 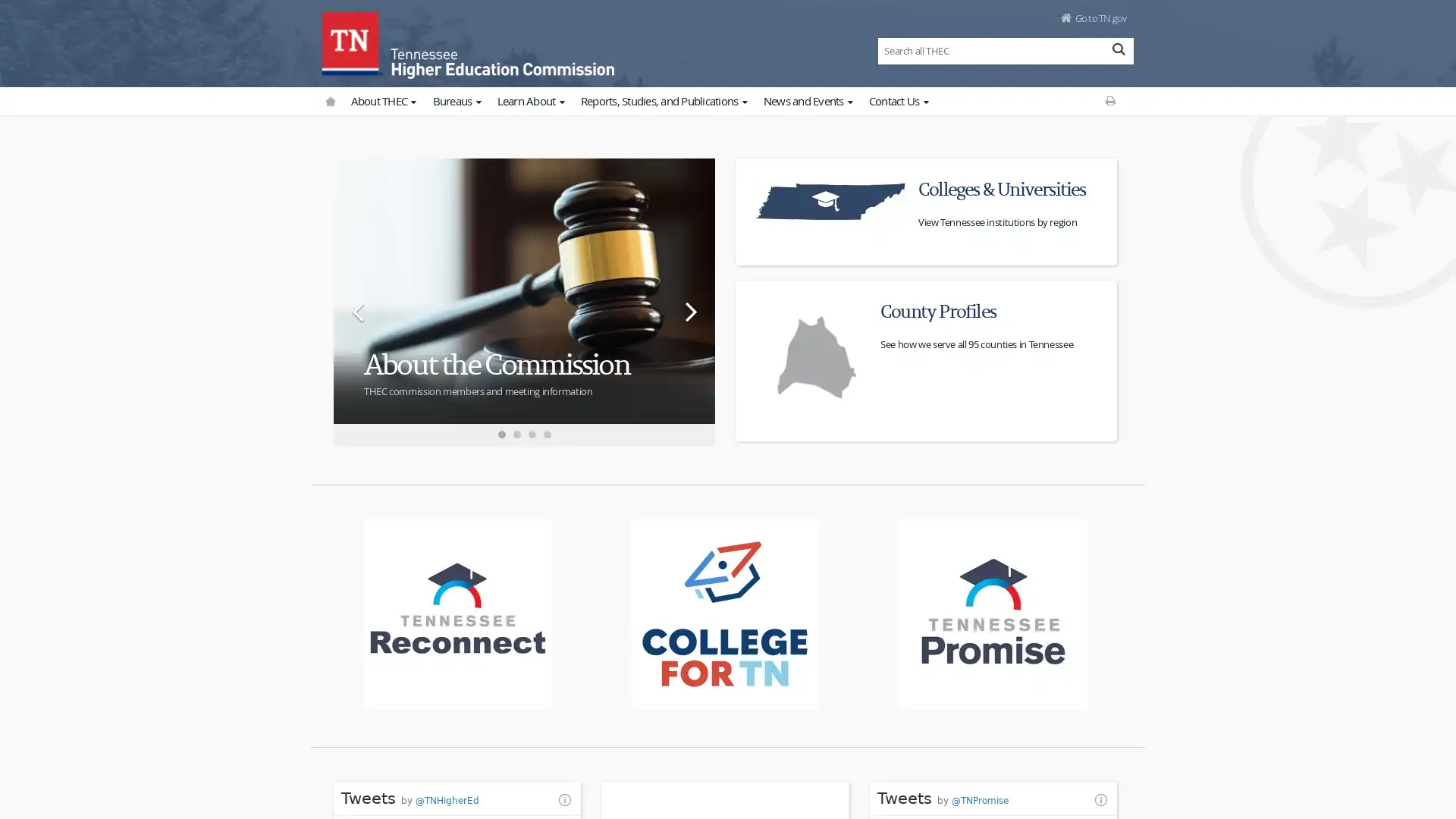 What do you see at coordinates (1117, 49) in the screenshot?
I see `Search` at bounding box center [1117, 49].